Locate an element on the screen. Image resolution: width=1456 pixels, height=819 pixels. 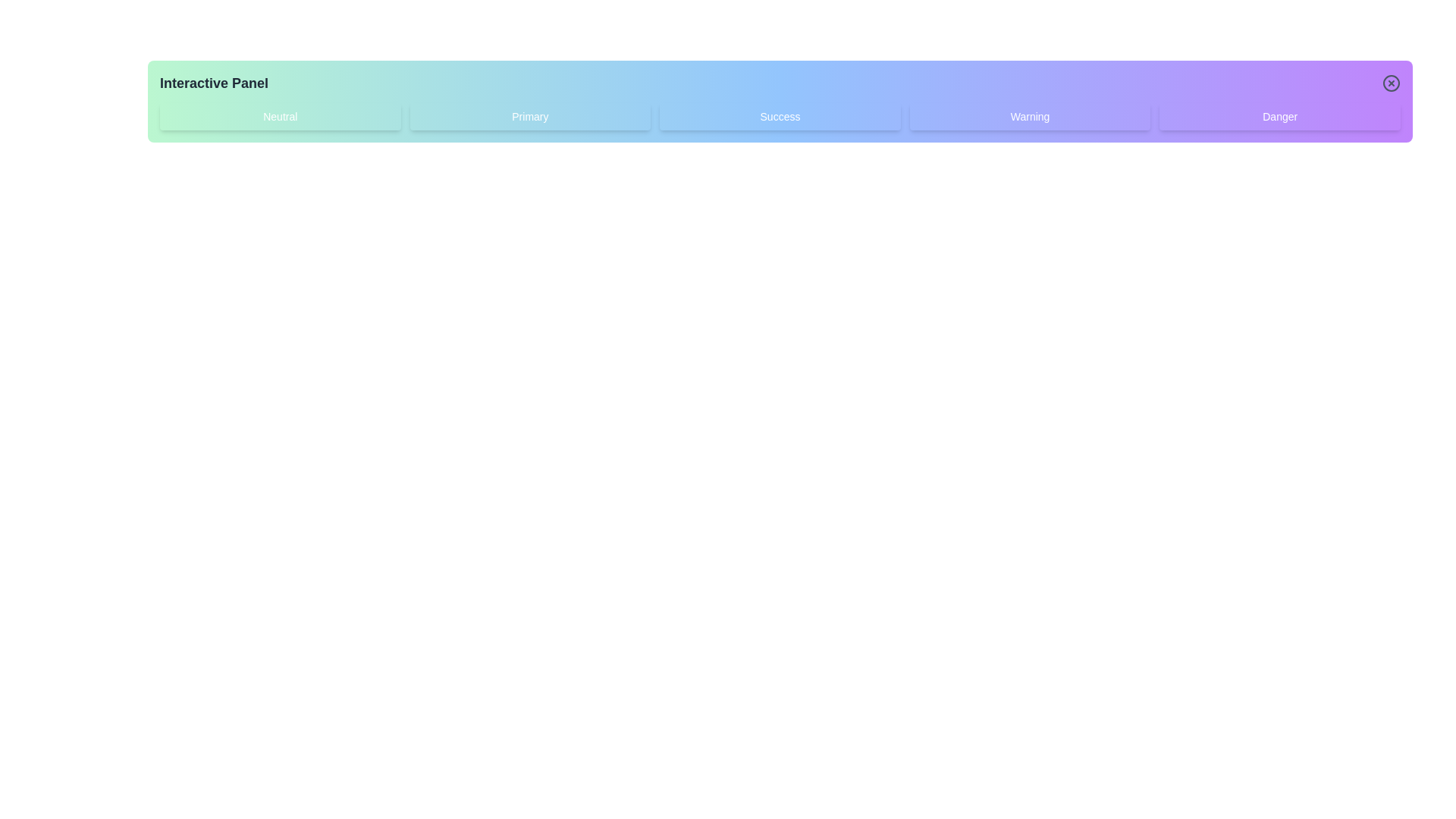
the 'Warning' button, which is the fourth button in a row of five is located at coordinates (1030, 116).